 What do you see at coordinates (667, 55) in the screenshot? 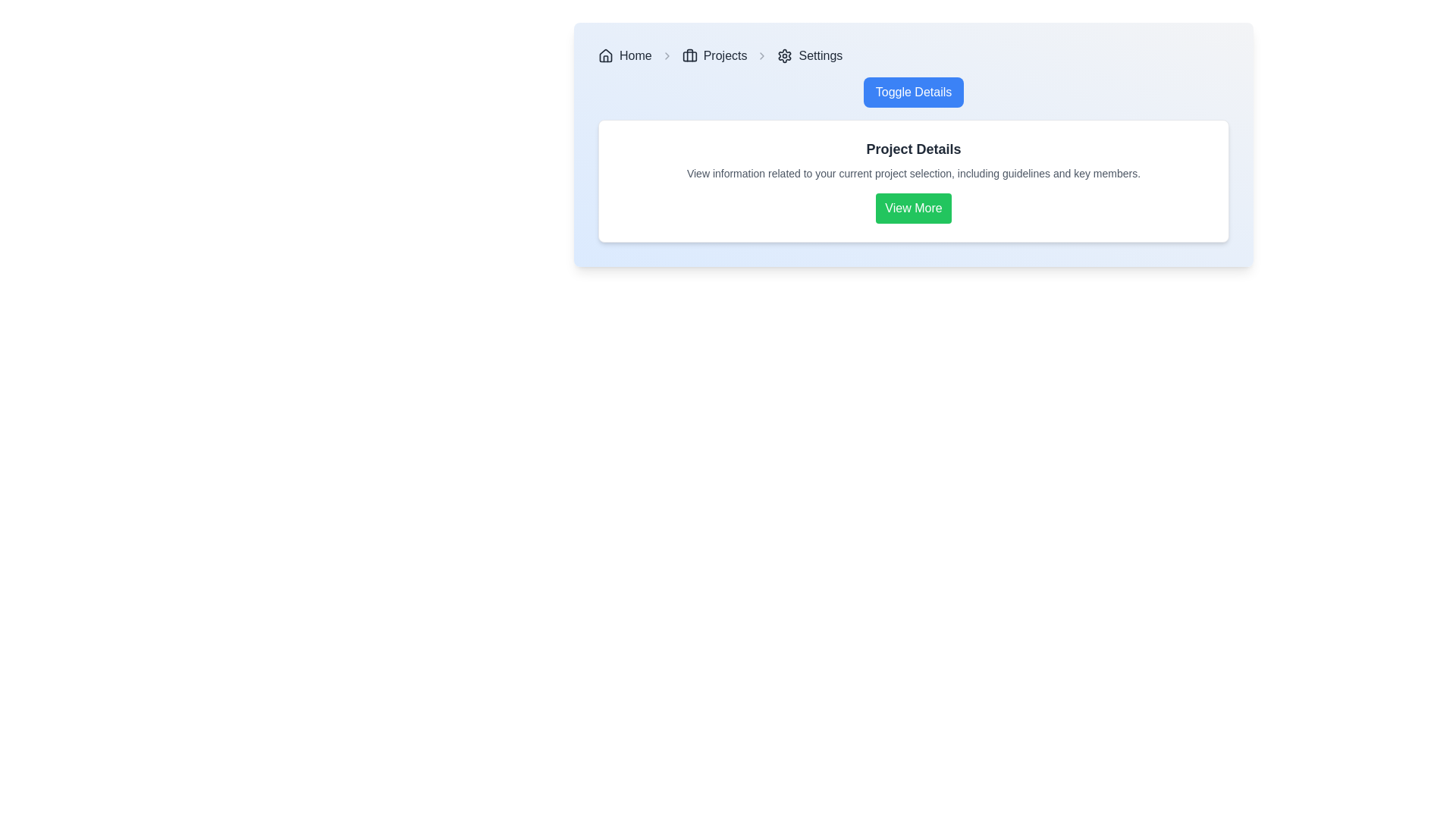
I see `the small right-facing grey arrow icon located between the 'Home' and 'Projects' buttons in the horizontal navigation bar at the upper section of the interface` at bounding box center [667, 55].